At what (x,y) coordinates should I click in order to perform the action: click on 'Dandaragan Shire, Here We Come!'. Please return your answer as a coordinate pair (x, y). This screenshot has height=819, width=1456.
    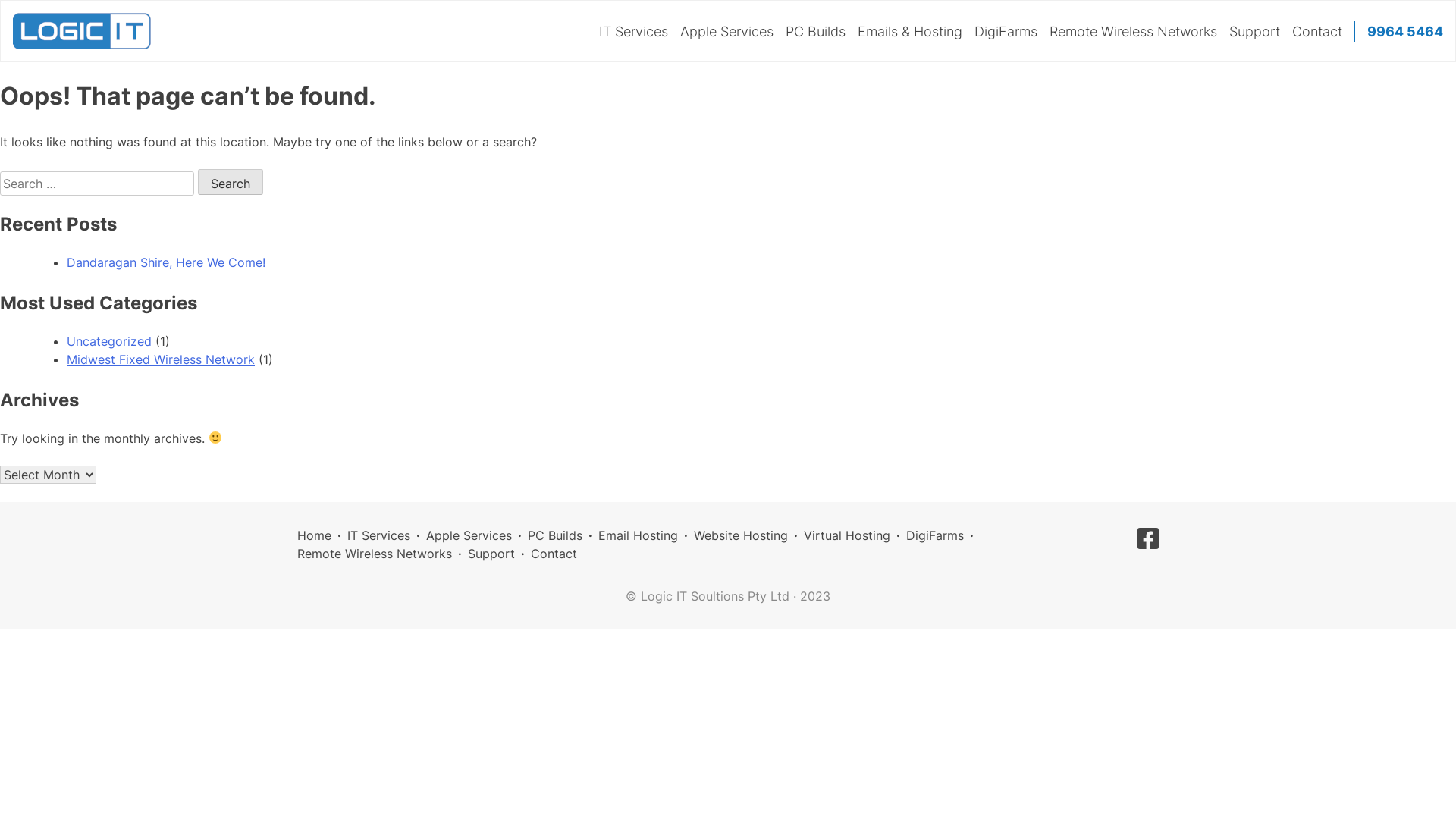
    Looking at the image, I should click on (65, 262).